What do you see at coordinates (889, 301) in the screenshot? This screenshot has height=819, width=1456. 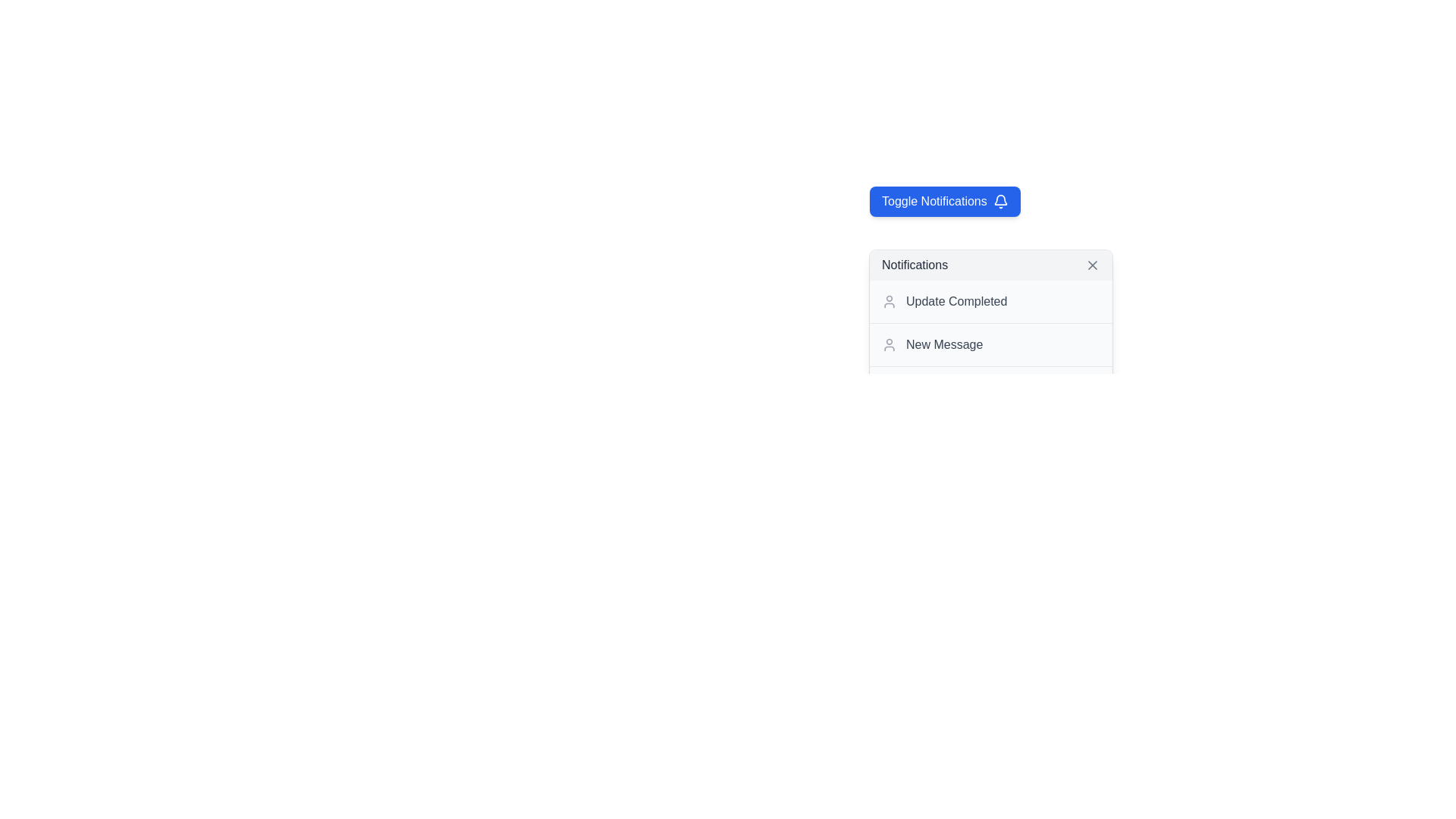 I see `the user profile icon associated with the 'Update Completed' notification, which is positioned to the left of the text within a dropdown component under the 'Notifications' heading` at bounding box center [889, 301].